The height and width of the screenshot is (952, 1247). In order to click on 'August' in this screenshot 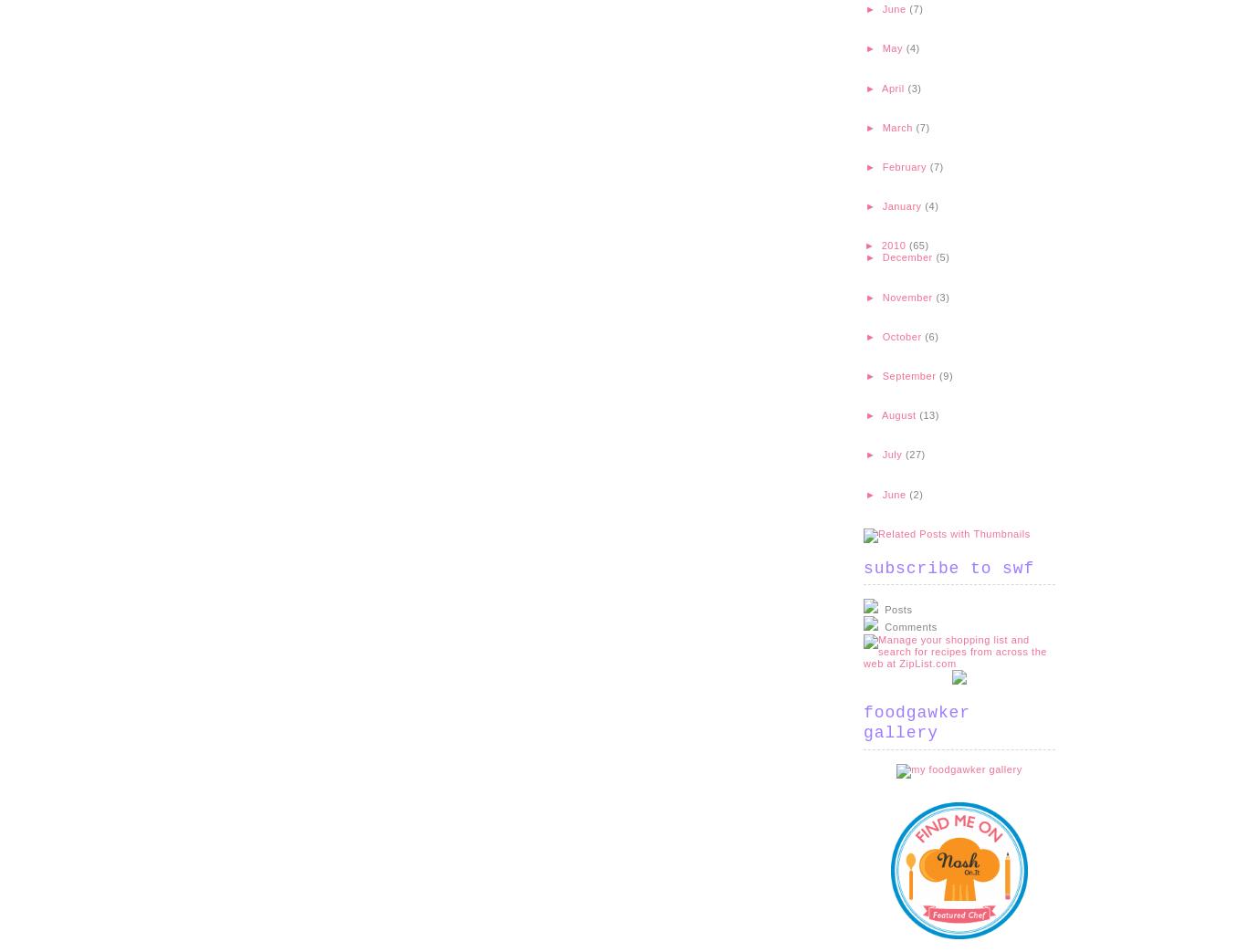, I will do `click(900, 413)`.